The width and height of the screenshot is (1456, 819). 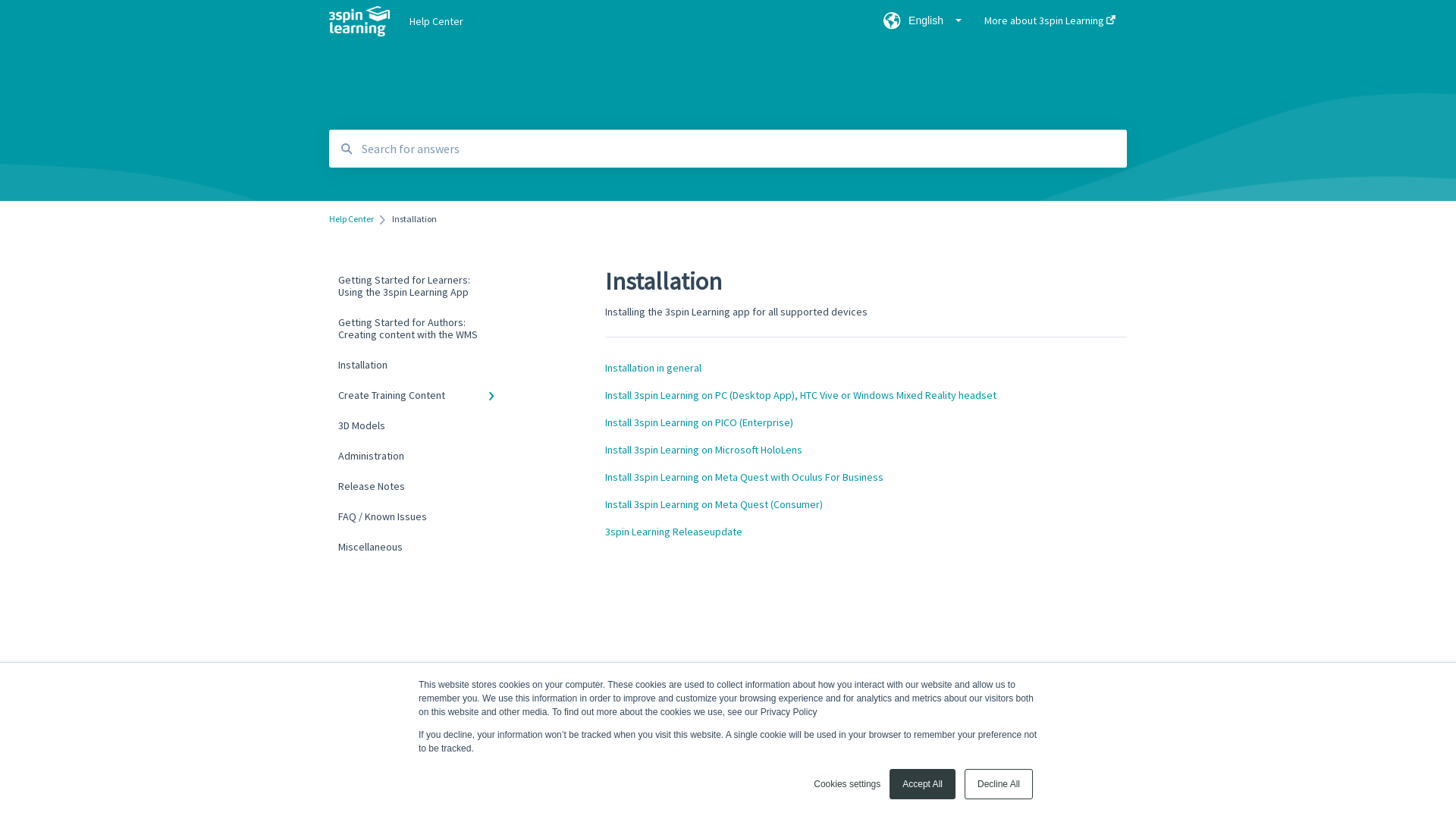 I want to click on 'Accept All', so click(x=921, y=783).